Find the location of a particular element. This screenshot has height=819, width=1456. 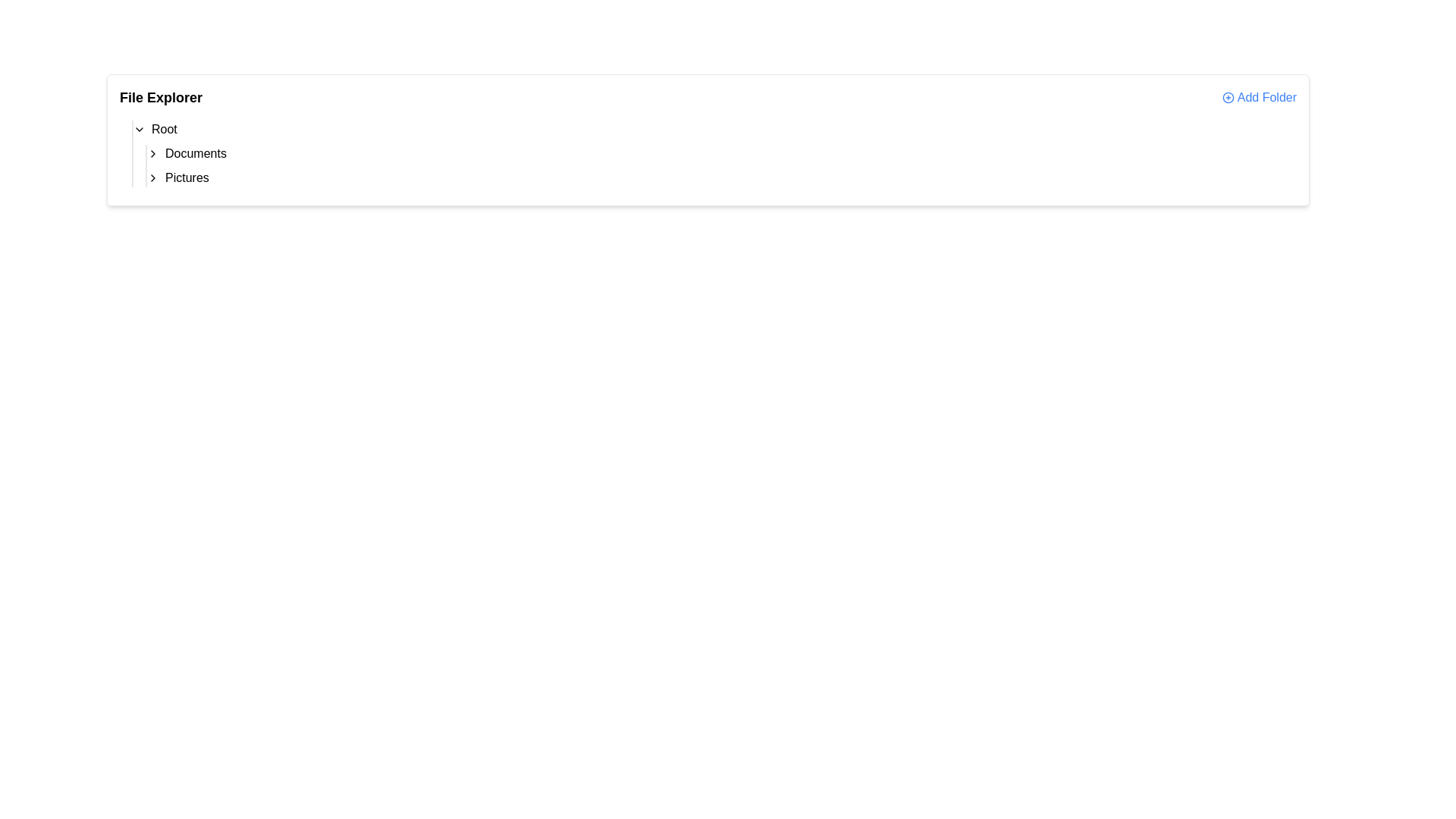

the SVG Circle element, which is a circular shape outlined as part of the SVG graphic titled 'lucide-circle-plus' and is centered at the specified coordinates is located at coordinates (1228, 97).